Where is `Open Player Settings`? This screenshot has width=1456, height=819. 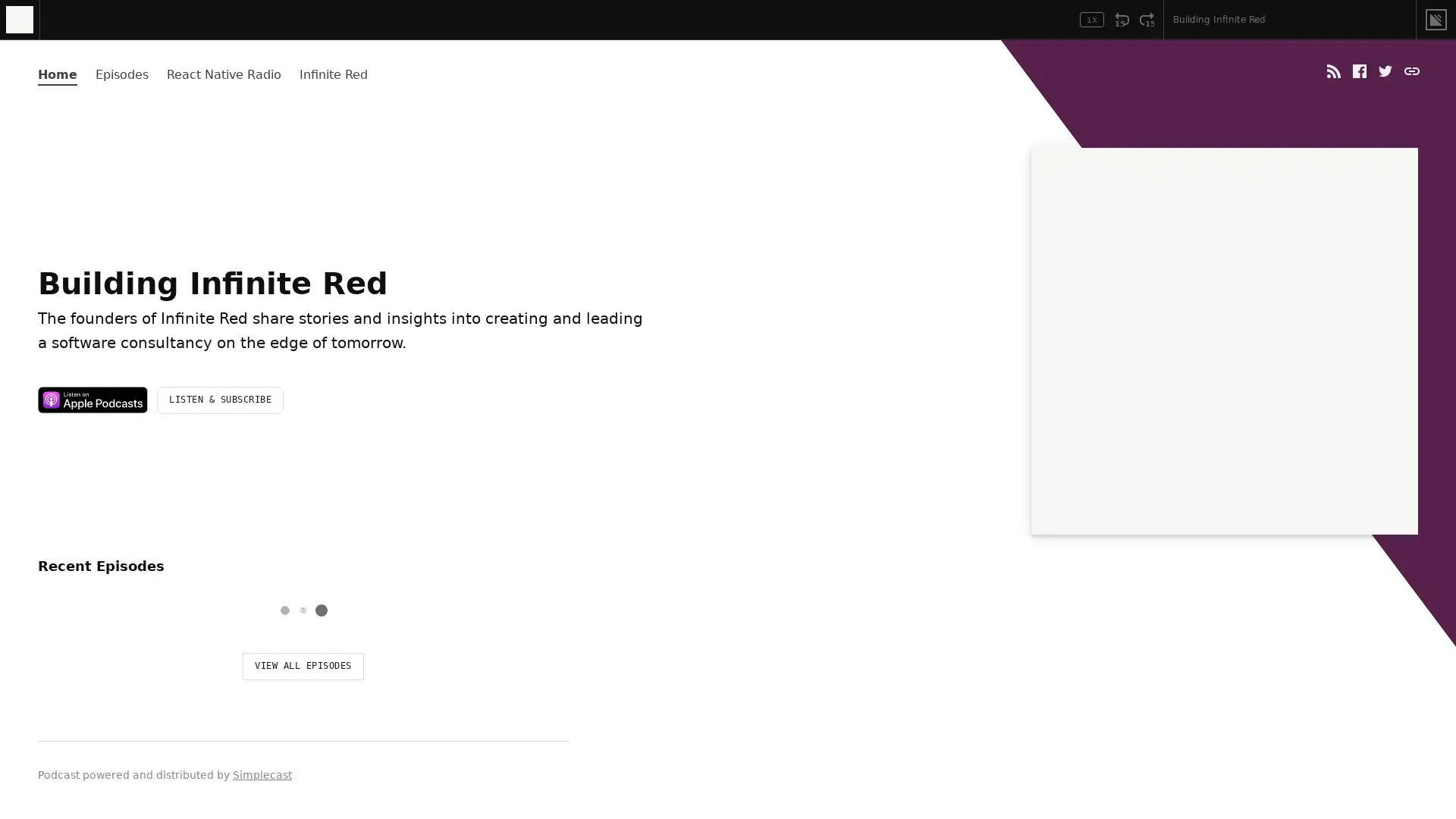 Open Player Settings is located at coordinates (1048, 20).